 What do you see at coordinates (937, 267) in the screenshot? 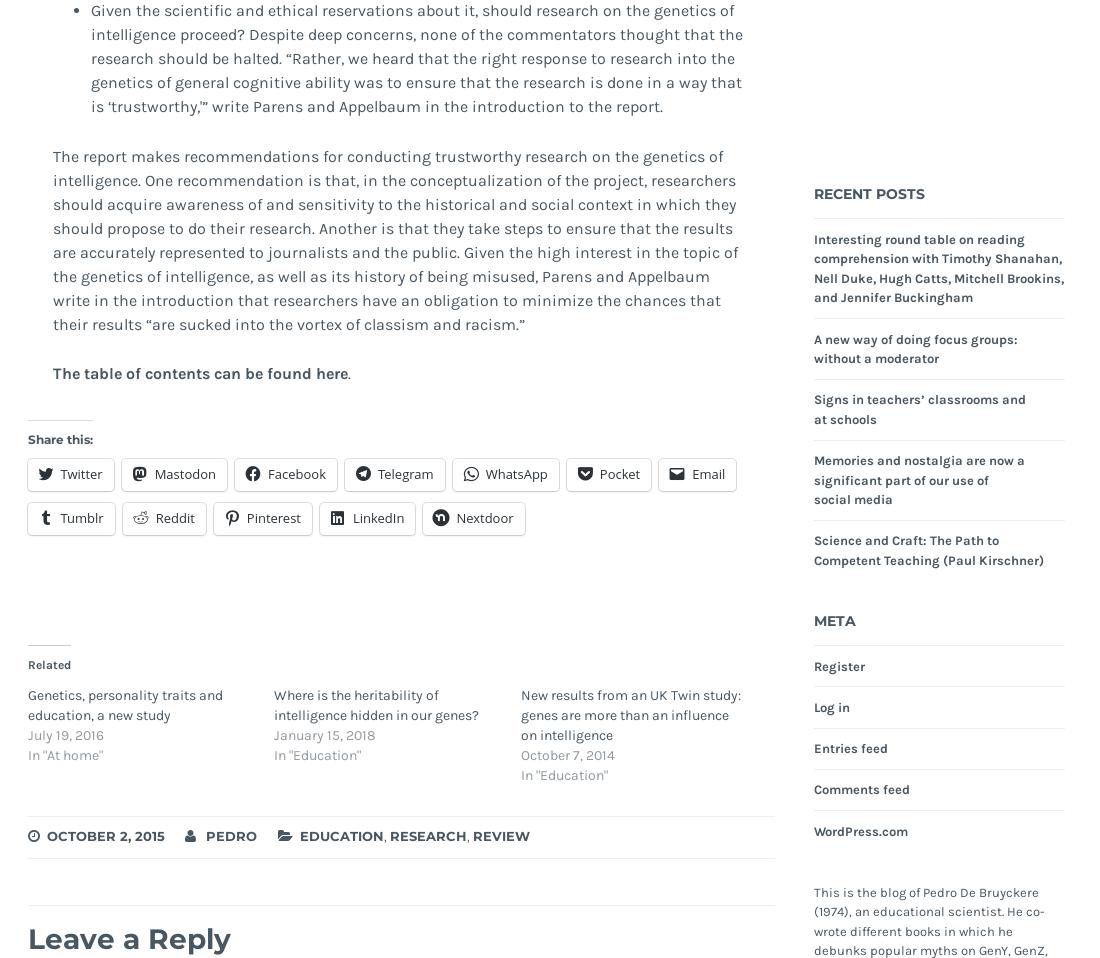
I see `'Interesting round table on reading comprehension with  Timothy Shanahan, Nell Duke, Hugh Catts, Mitchell Brookins, and Jennifer Buckingham'` at bounding box center [937, 267].